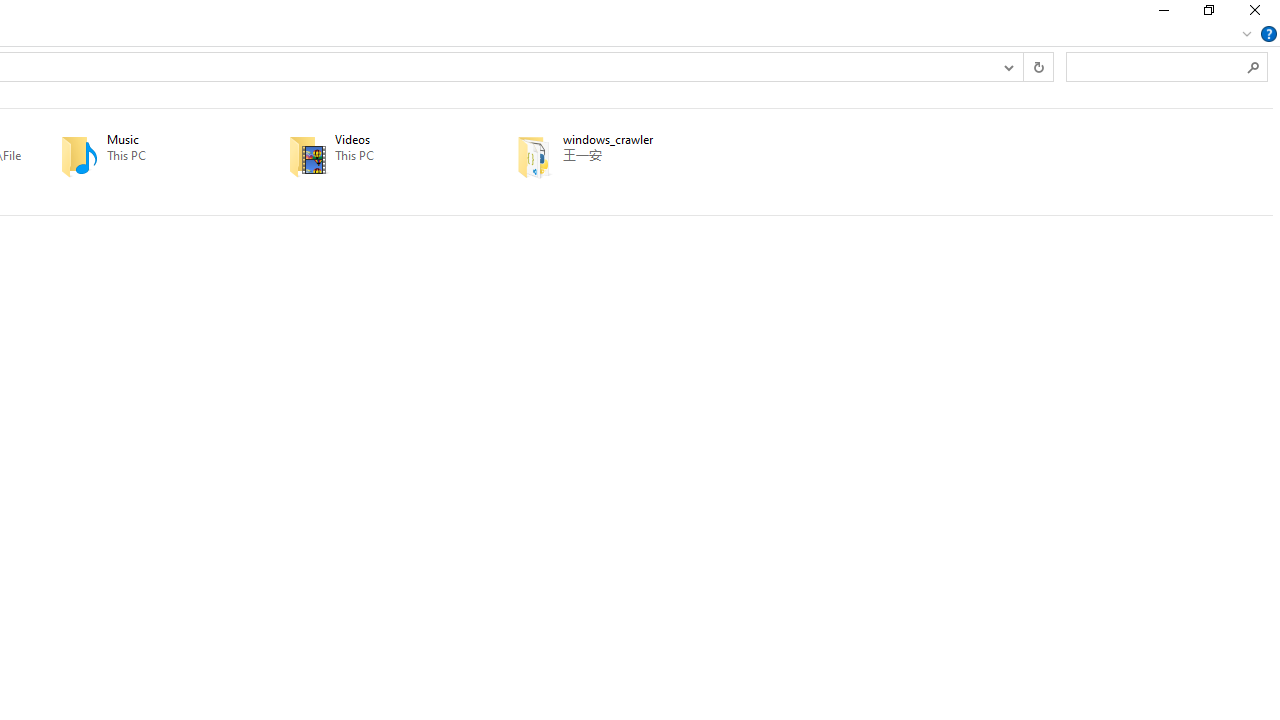 The height and width of the screenshot is (720, 1280). I want to click on 'Help', so click(1268, 33).